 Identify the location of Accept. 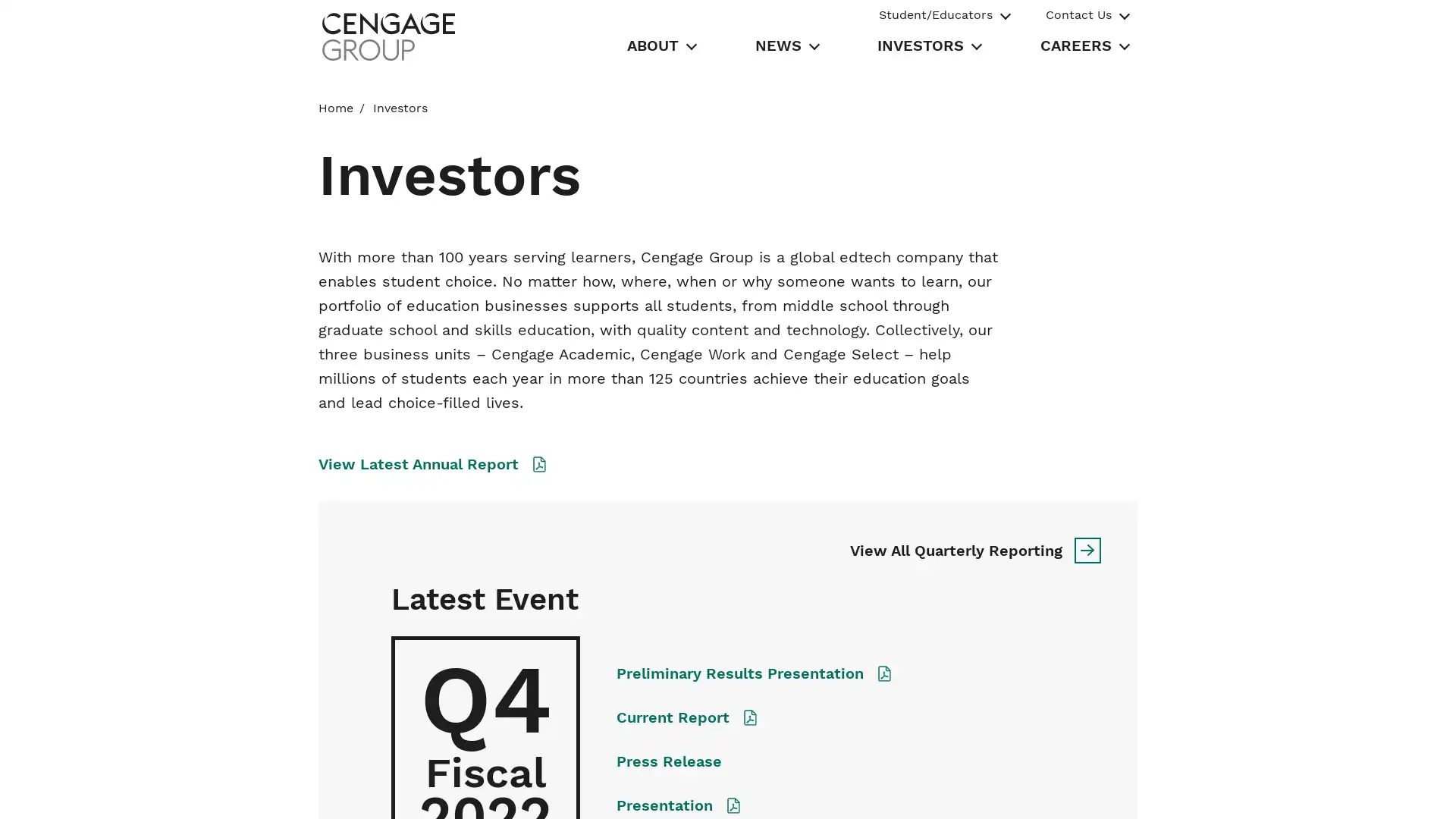
(1169, 789).